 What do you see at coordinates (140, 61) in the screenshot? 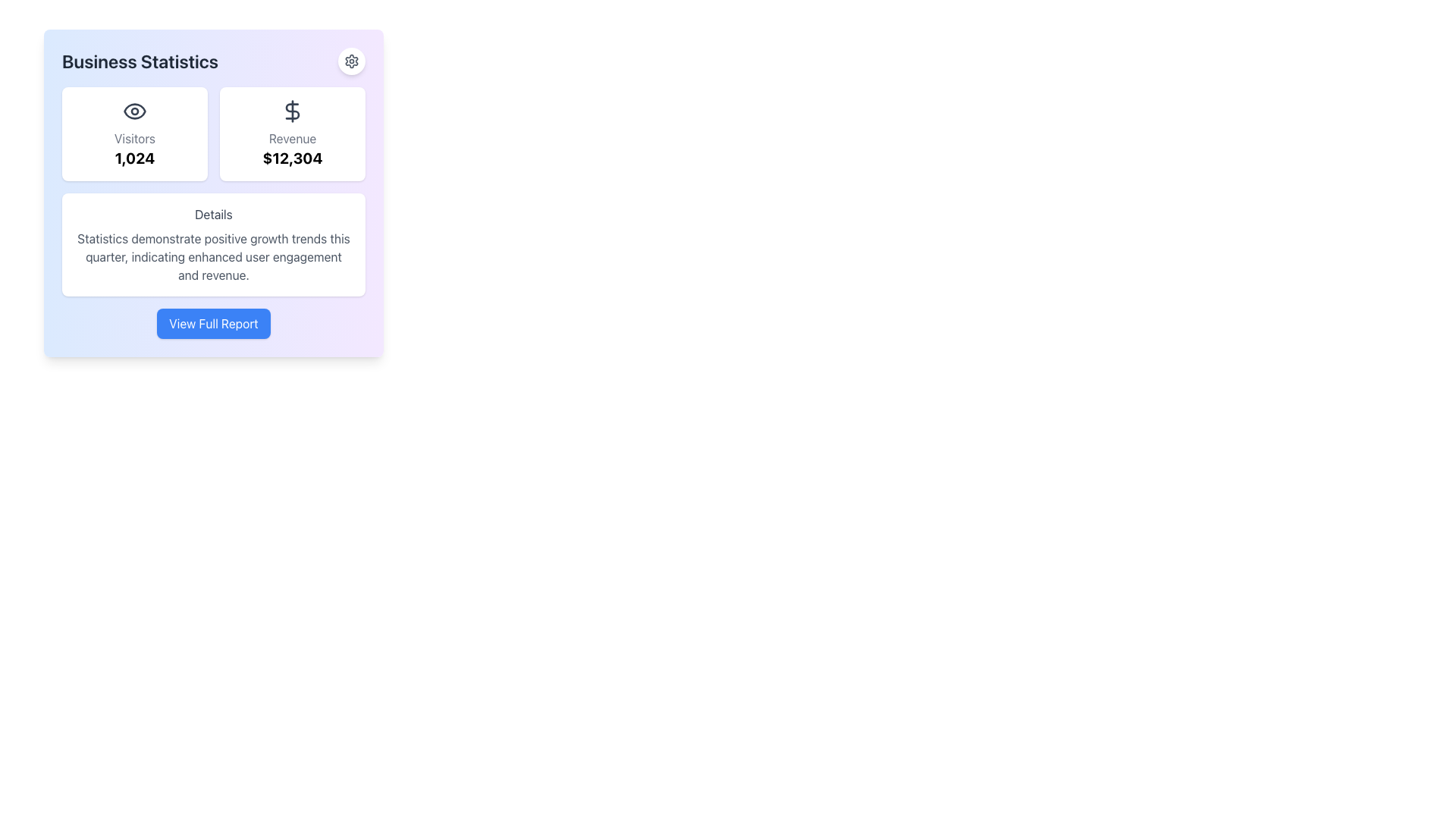
I see `the prominent text label reading 'Business Statistics' located at the top-left corner of the card-like UI component` at bounding box center [140, 61].